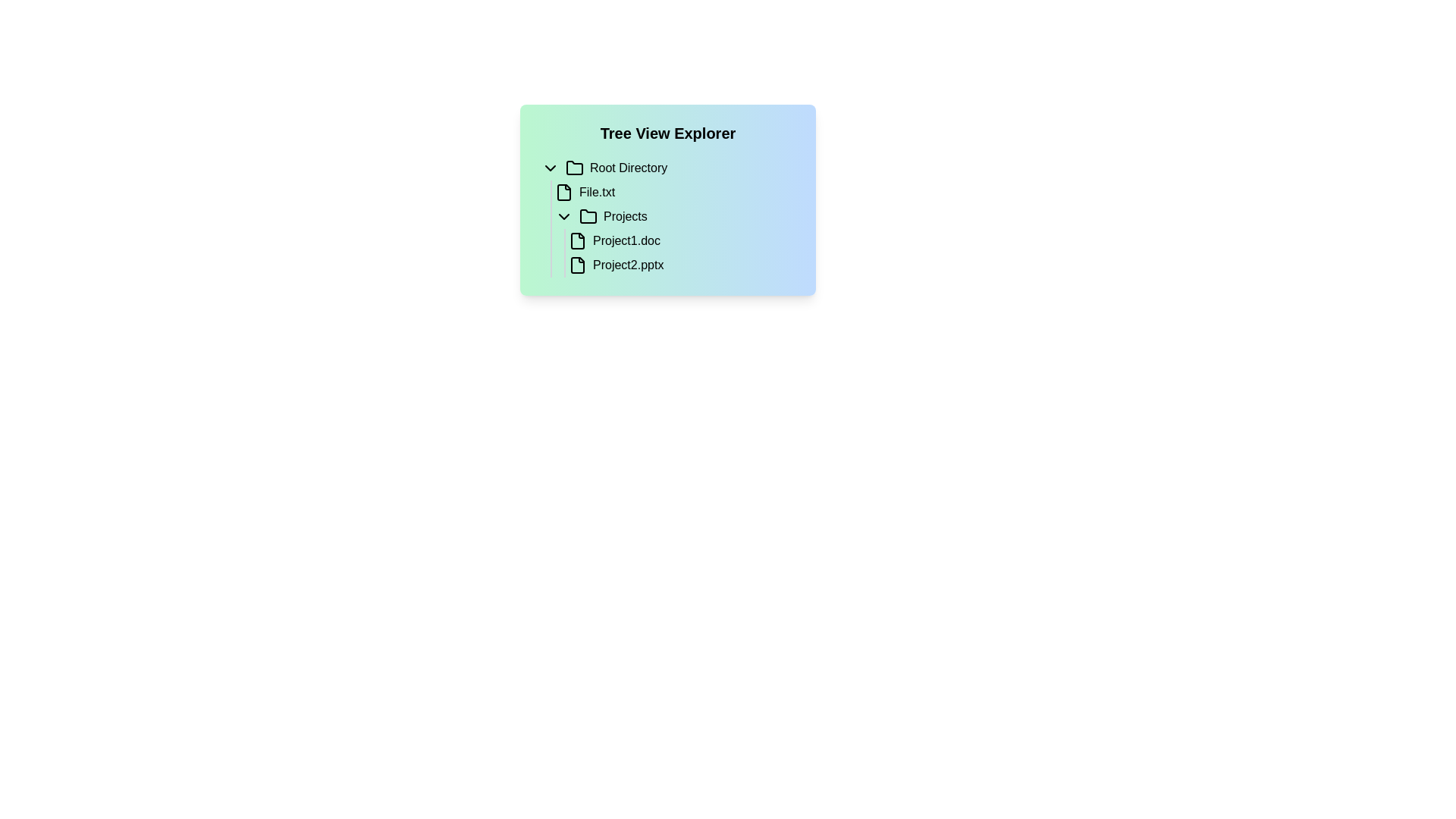  I want to click on the list item 'Project1.doc' in the tree view structure, so click(673, 240).